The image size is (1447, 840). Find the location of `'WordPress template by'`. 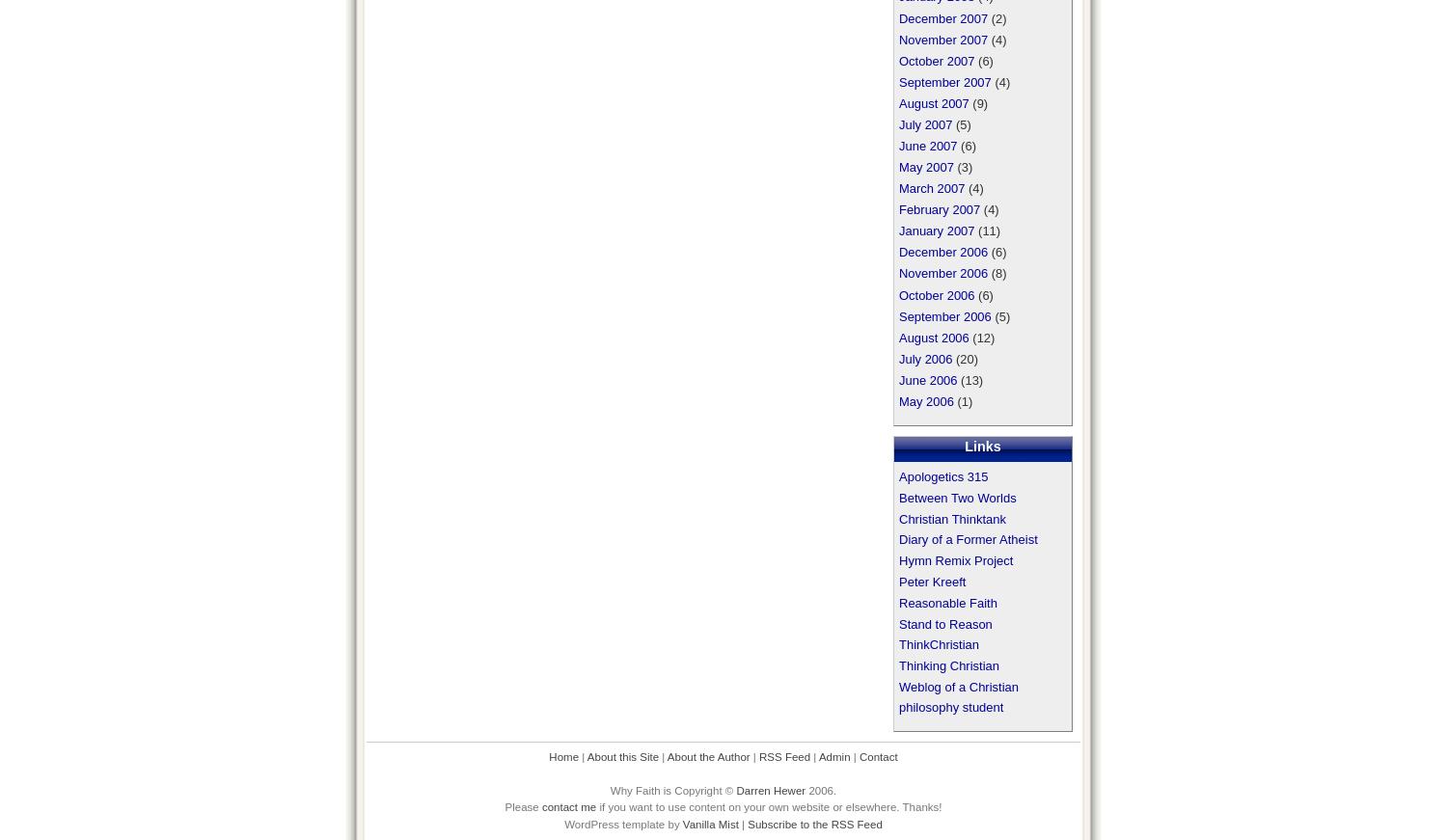

'WordPress template by' is located at coordinates (623, 824).